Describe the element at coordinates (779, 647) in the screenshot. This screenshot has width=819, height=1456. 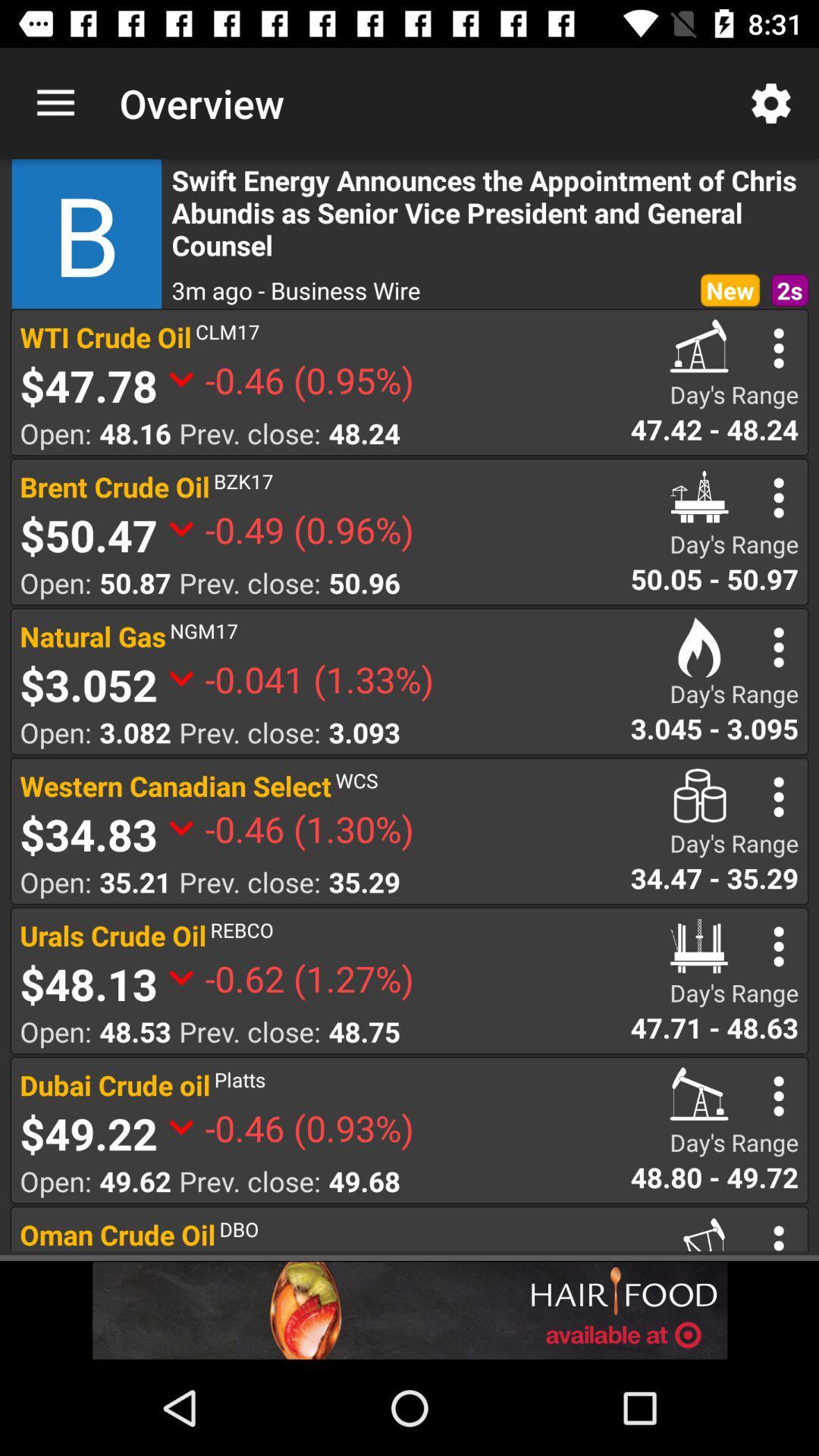
I see `search` at that location.